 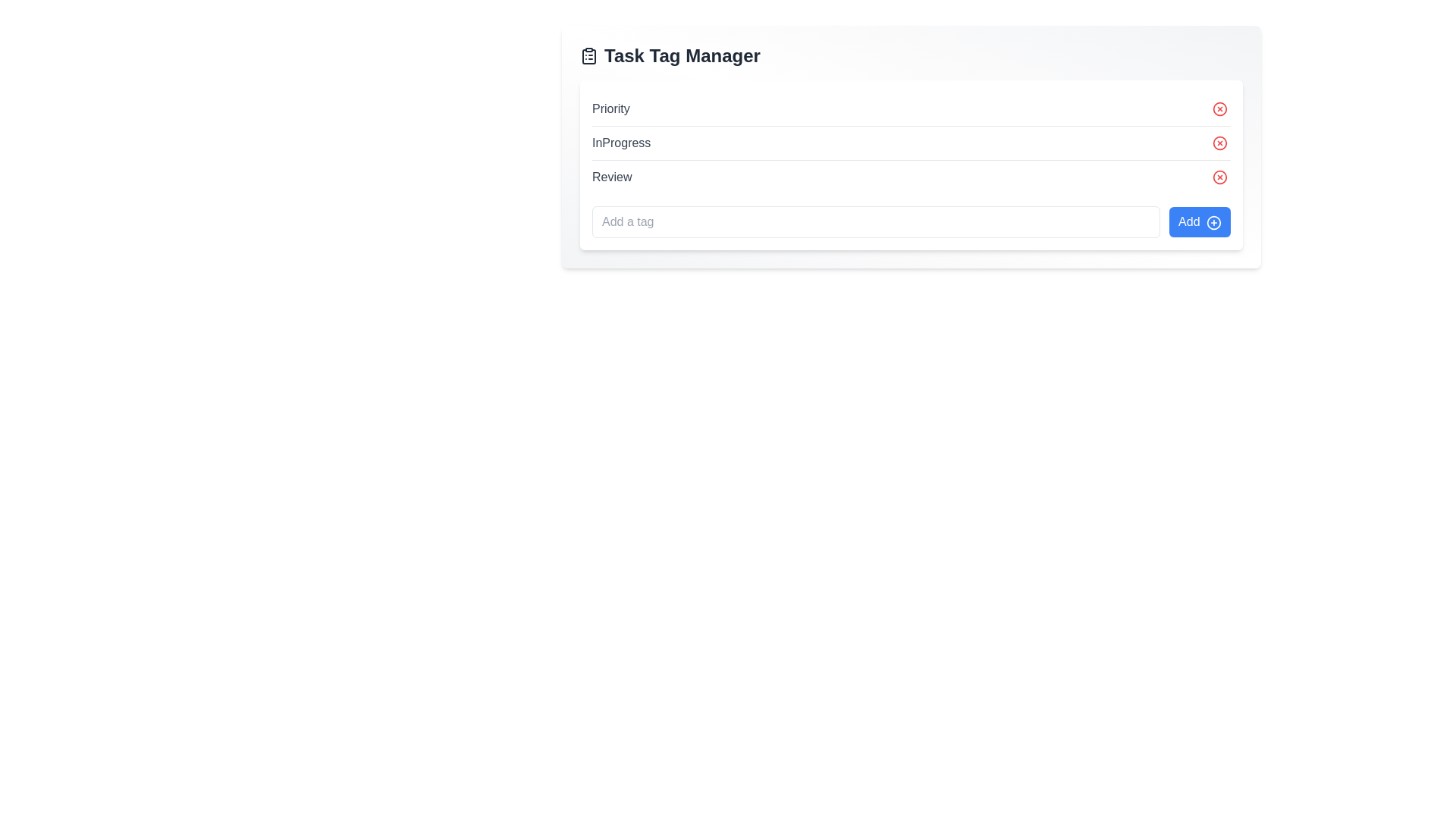 What do you see at coordinates (1219, 177) in the screenshot?
I see `the delete button located to the top-right of the 'Review' label in the third row of the list` at bounding box center [1219, 177].